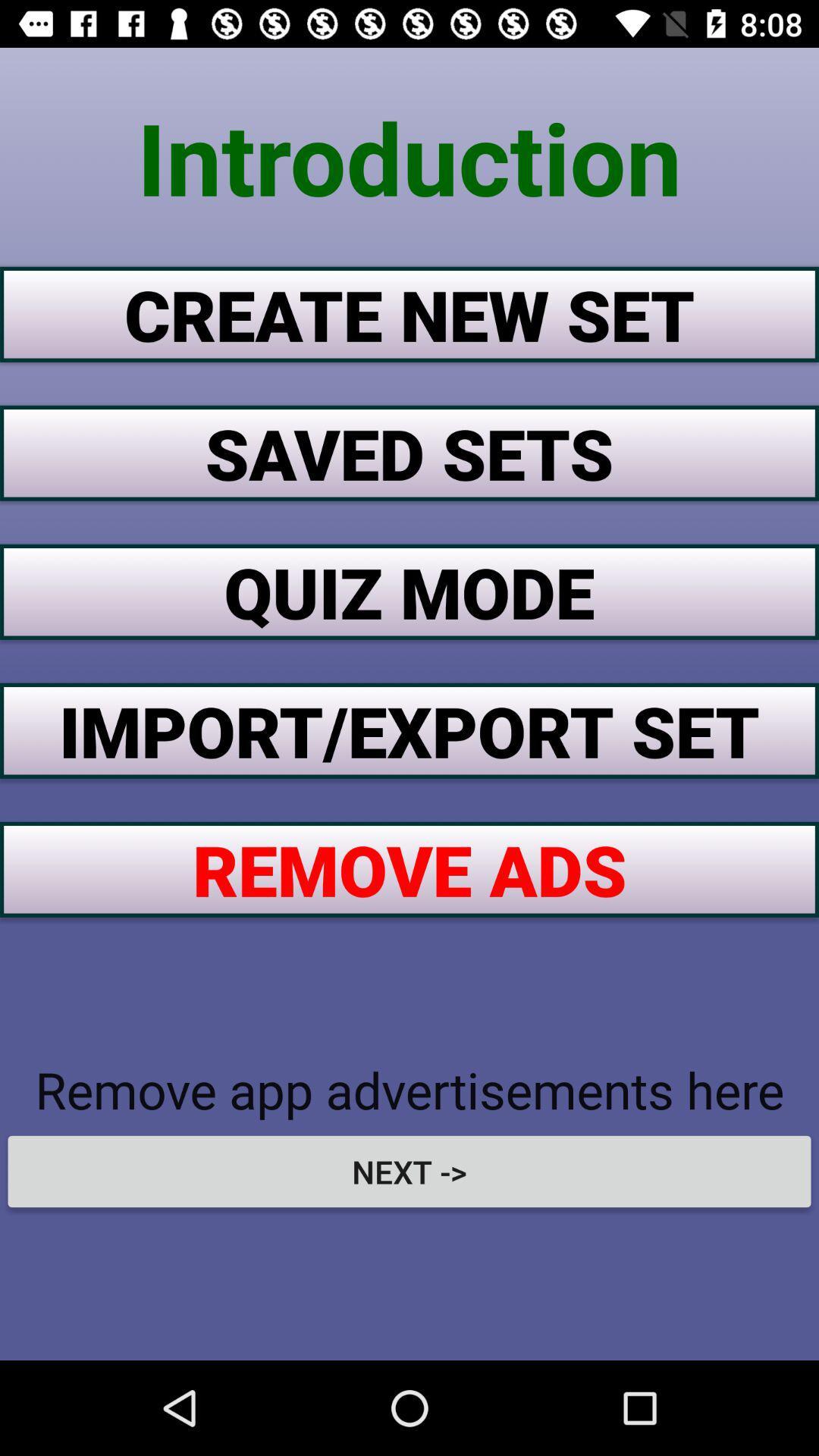 The image size is (819, 1456). What do you see at coordinates (409, 591) in the screenshot?
I see `the quiz mode item` at bounding box center [409, 591].